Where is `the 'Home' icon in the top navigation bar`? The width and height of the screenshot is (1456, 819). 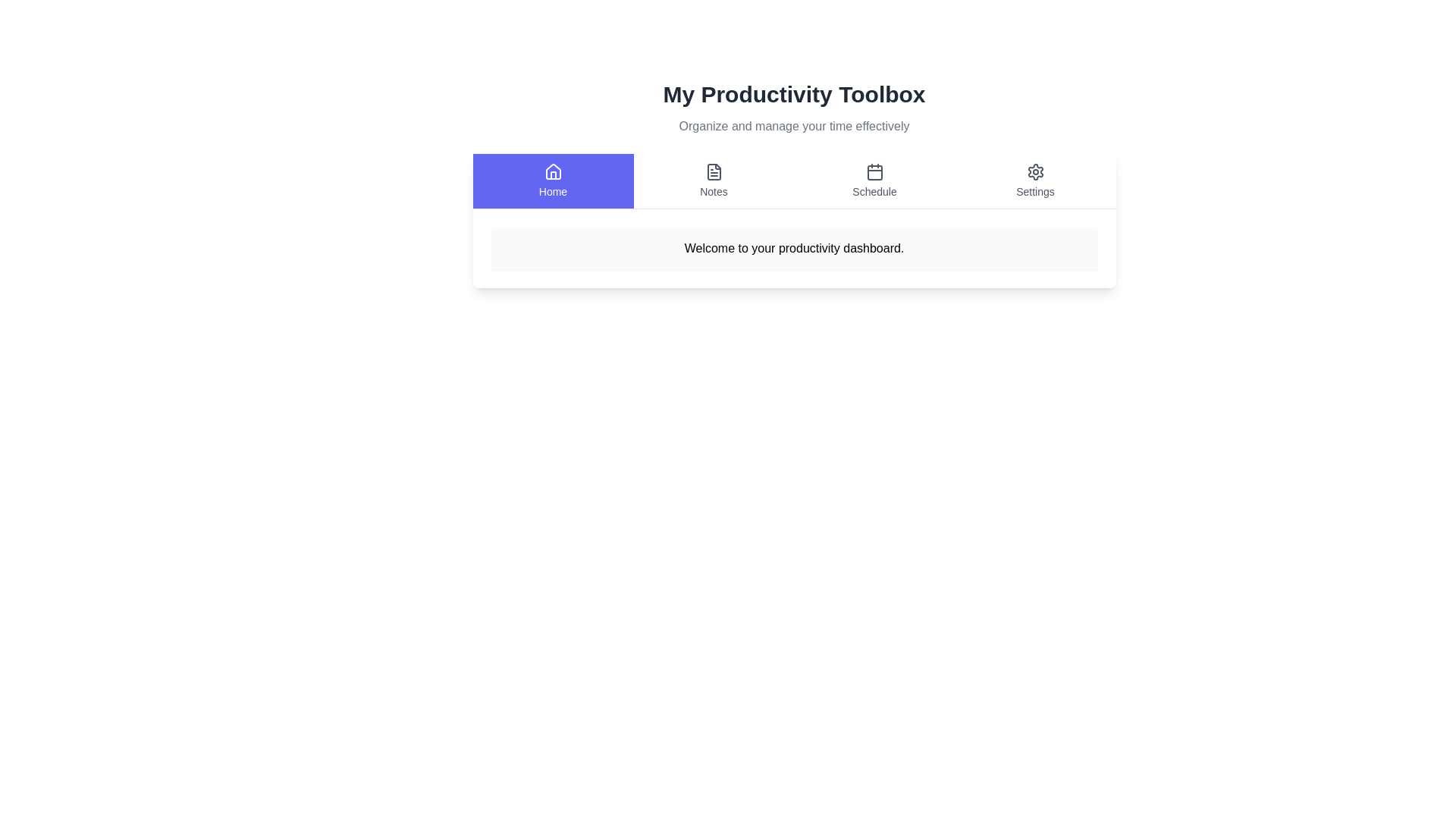
the 'Home' icon in the top navigation bar is located at coordinates (552, 171).